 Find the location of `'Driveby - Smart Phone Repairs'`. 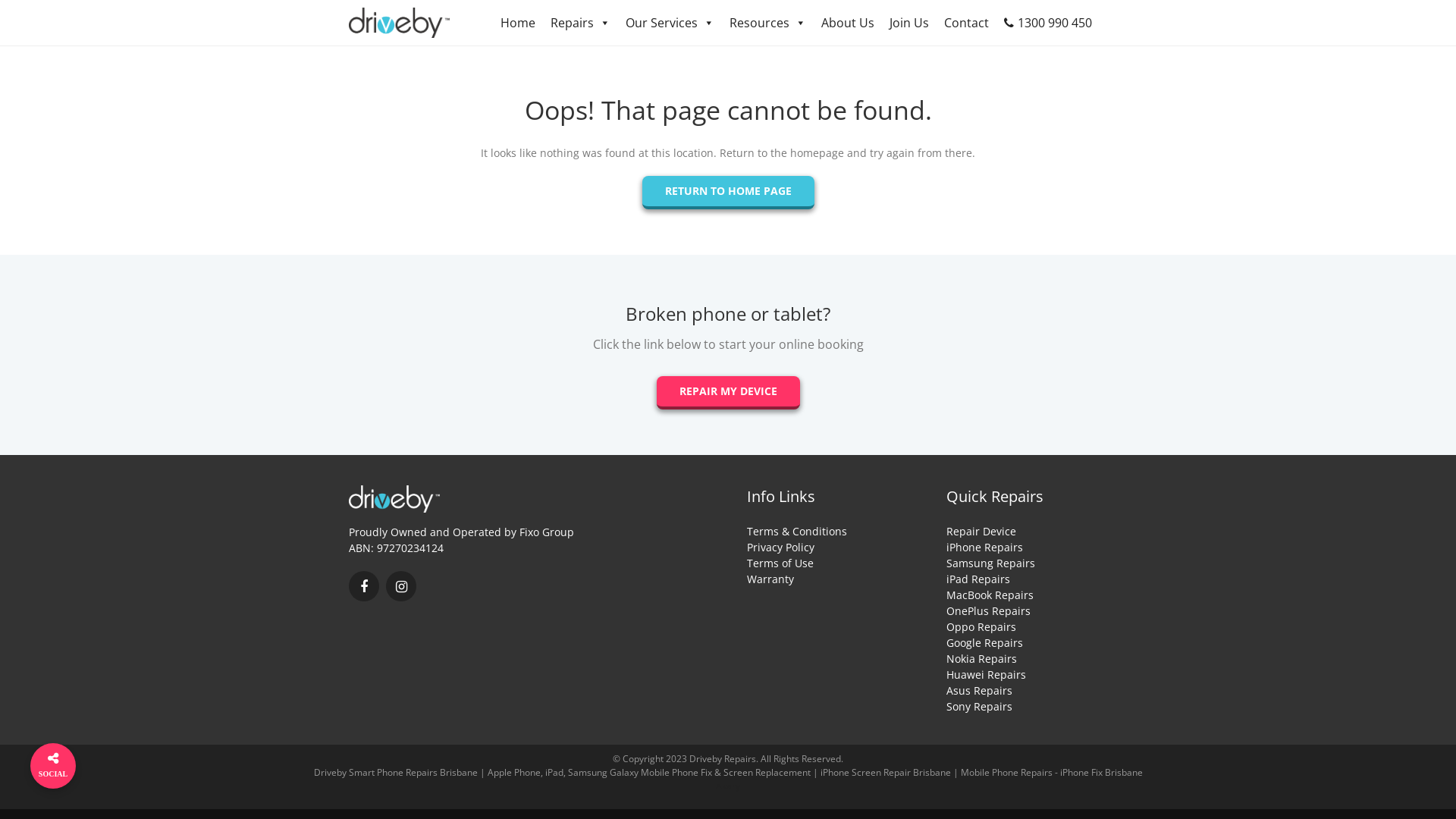

'Driveby - Smart Phone Repairs' is located at coordinates (399, 23).